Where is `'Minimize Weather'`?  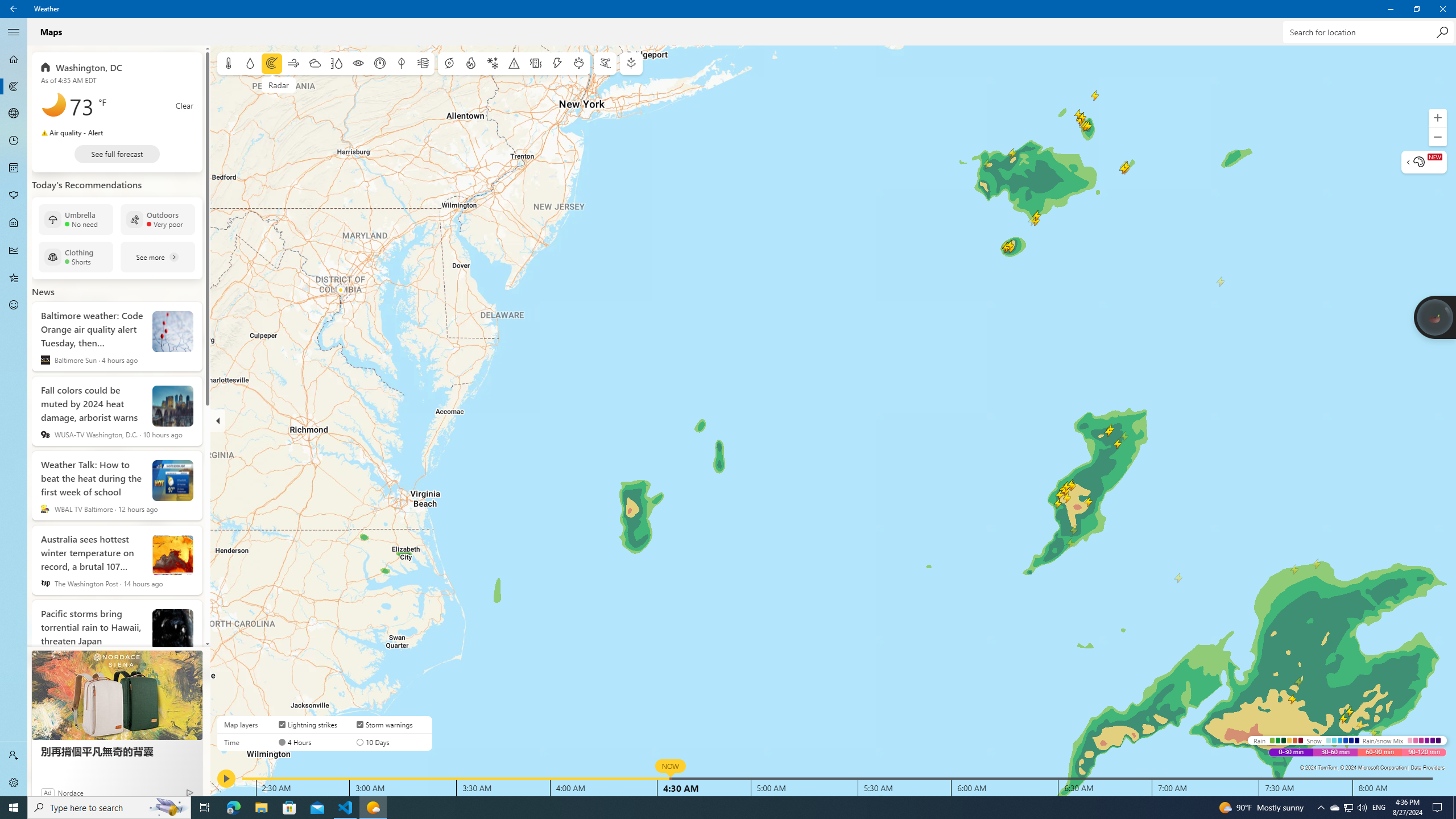 'Minimize Weather' is located at coordinates (1389, 9).